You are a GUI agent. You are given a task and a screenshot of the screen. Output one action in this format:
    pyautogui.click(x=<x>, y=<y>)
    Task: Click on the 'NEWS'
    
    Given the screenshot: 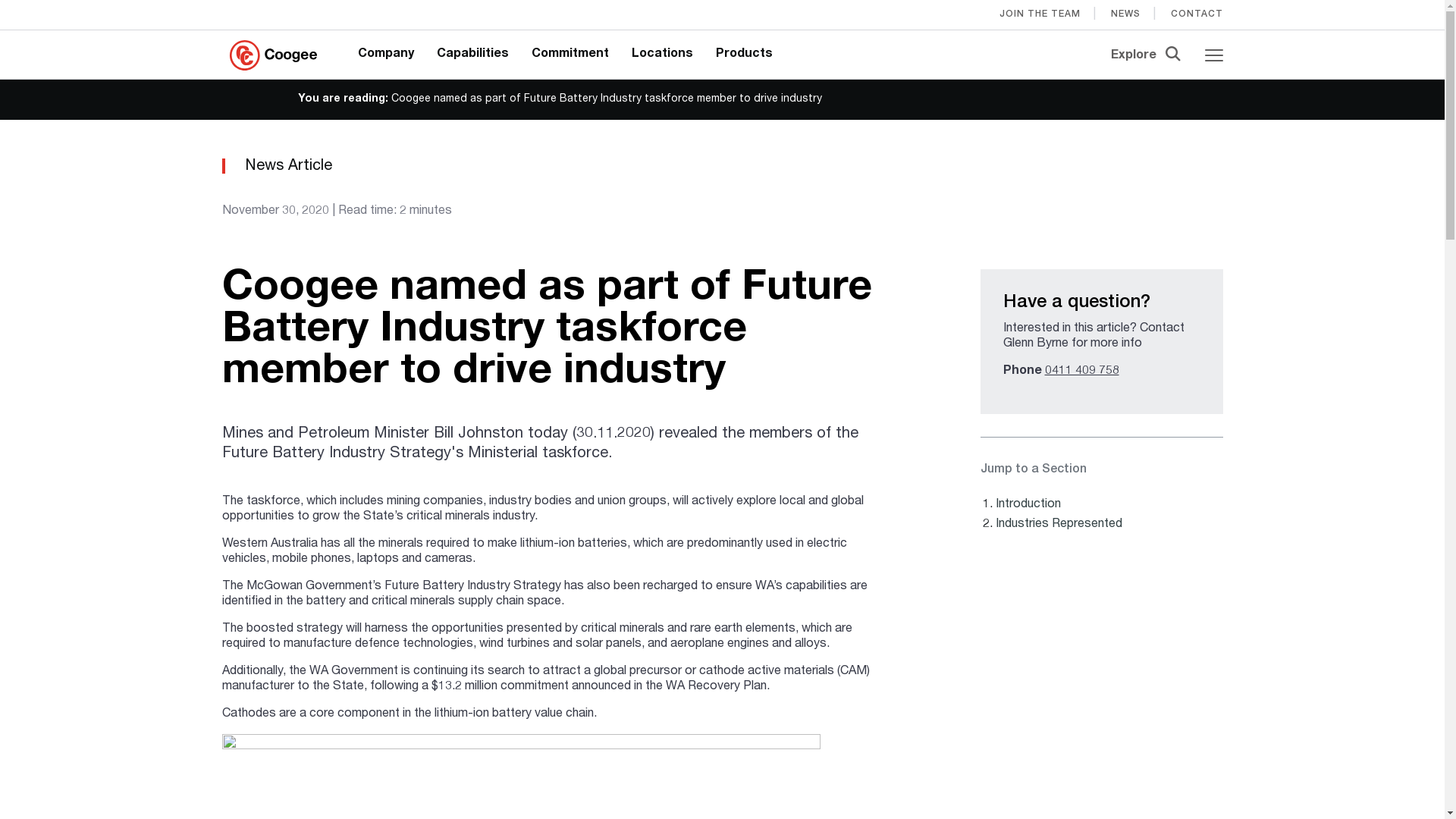 What is the action you would take?
    pyautogui.click(x=1125, y=14)
    